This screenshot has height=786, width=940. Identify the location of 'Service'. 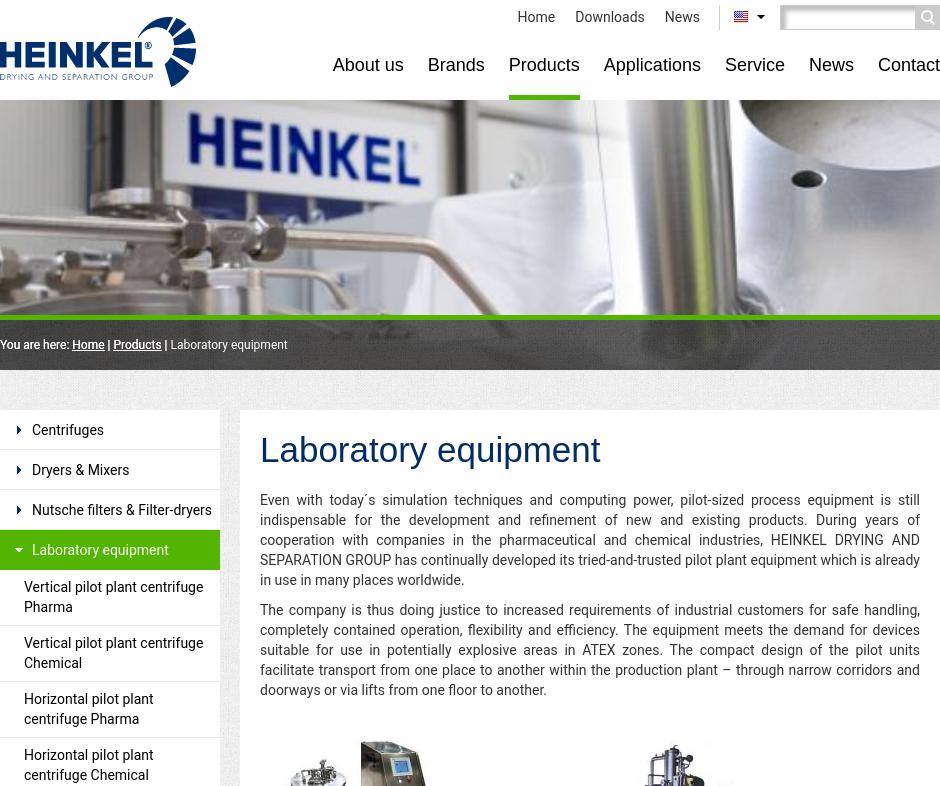
(752, 64).